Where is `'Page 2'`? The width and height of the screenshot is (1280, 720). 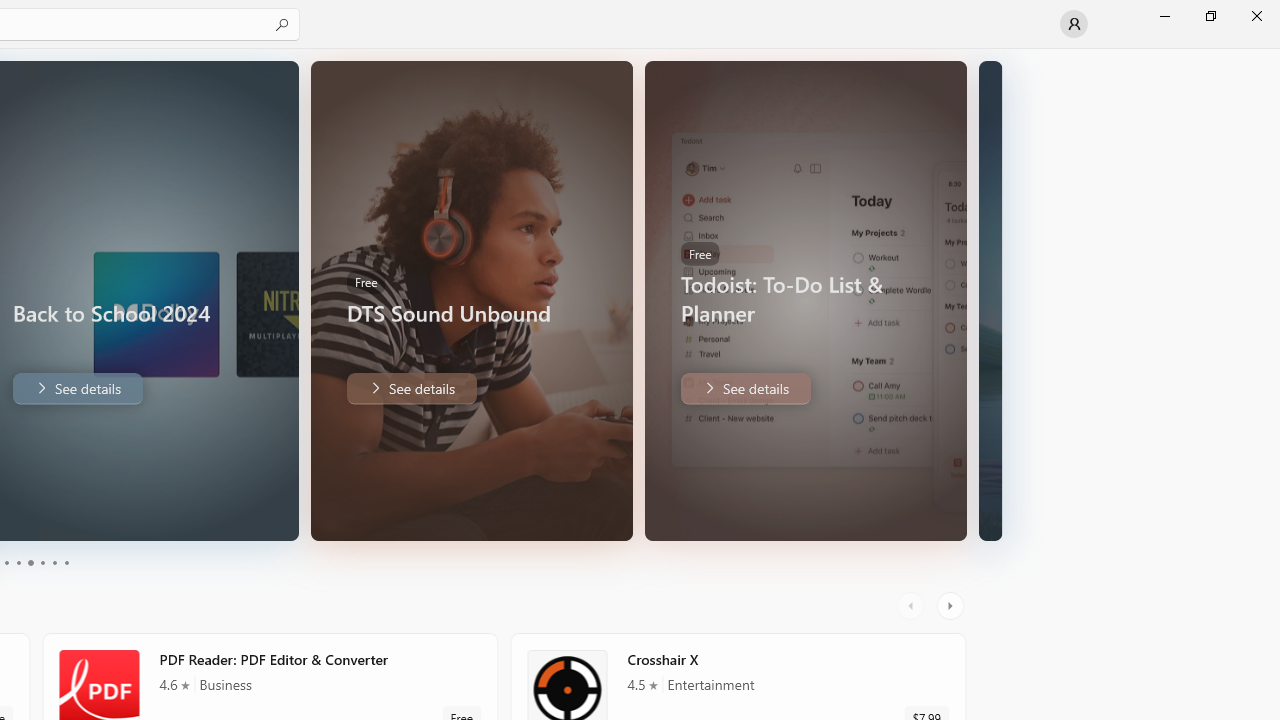 'Page 2' is located at coordinates (17, 563).